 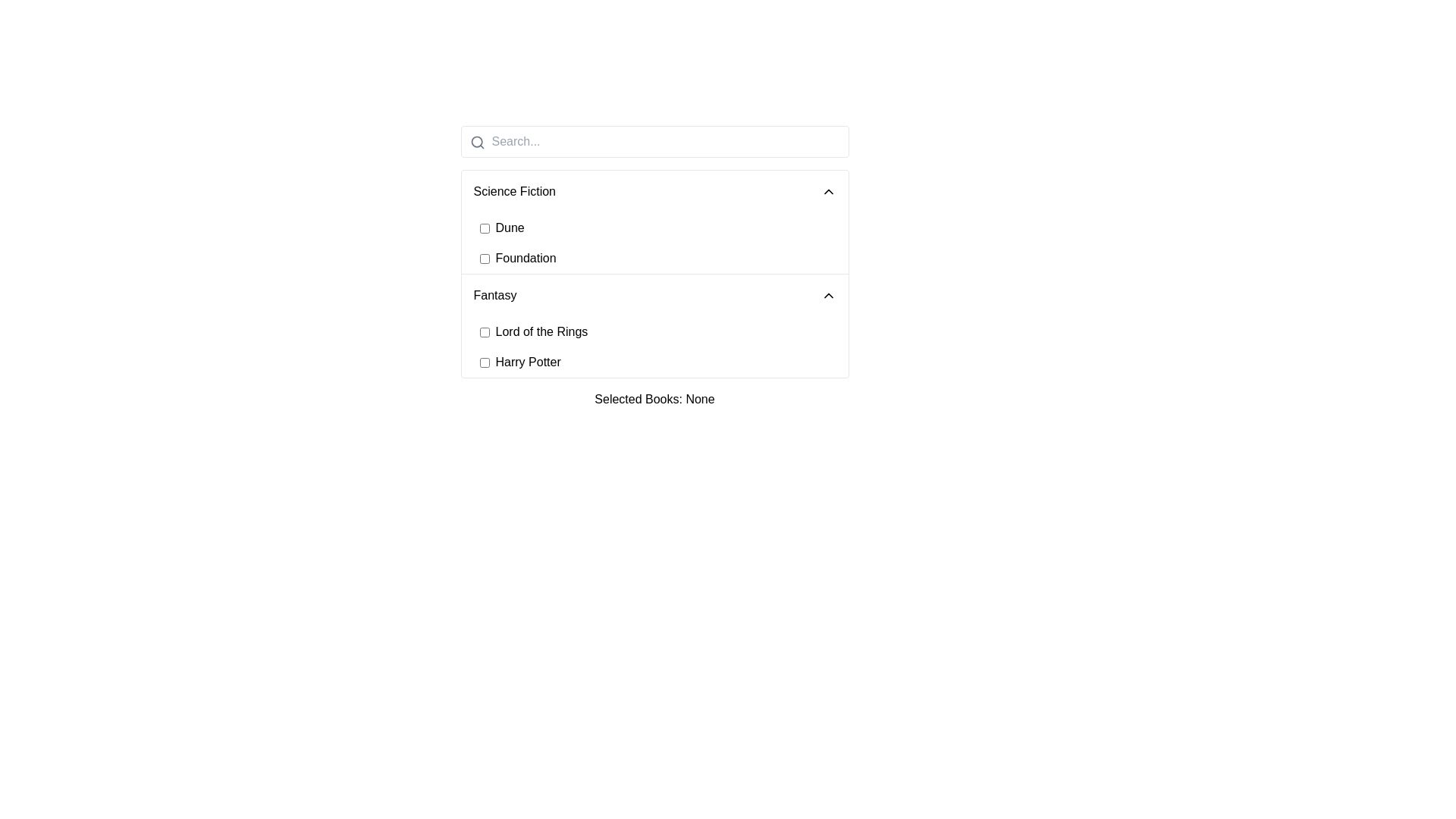 What do you see at coordinates (514, 191) in the screenshot?
I see `the 'Science Fiction' static text element, which is a bold text string located at the top of the dropdown component` at bounding box center [514, 191].